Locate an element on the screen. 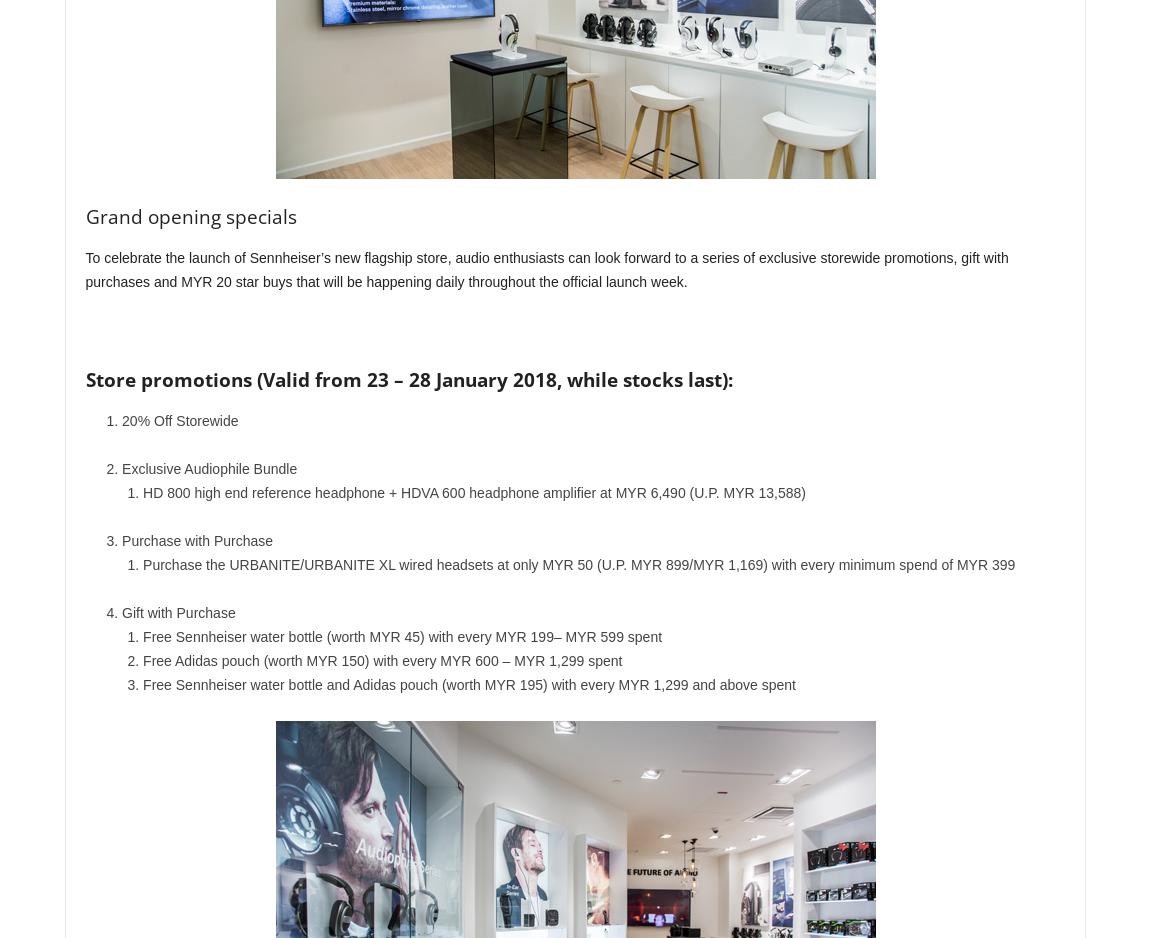  'Gift with Purchase' is located at coordinates (177, 612).